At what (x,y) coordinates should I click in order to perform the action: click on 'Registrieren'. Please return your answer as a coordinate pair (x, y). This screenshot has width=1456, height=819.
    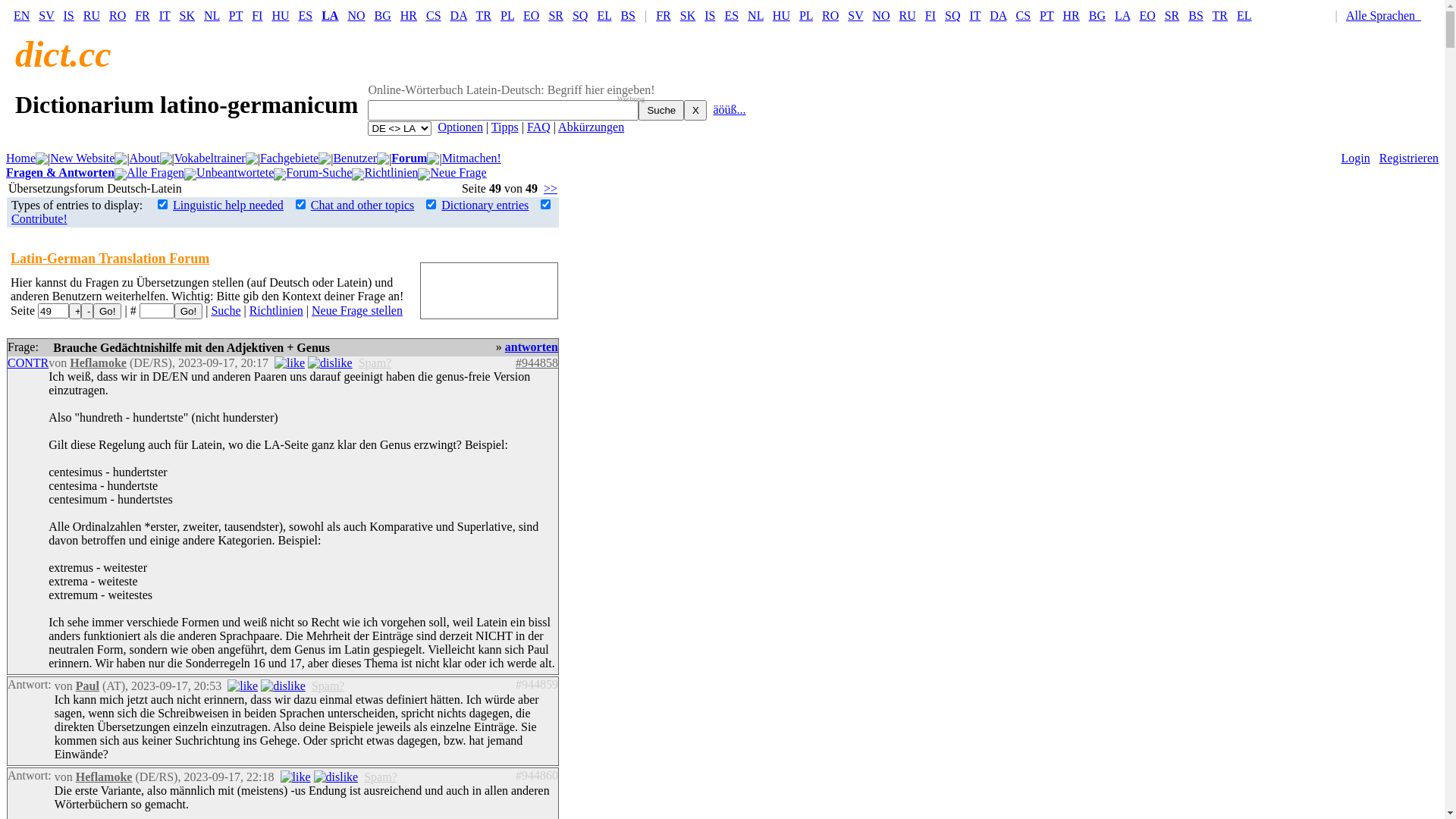
    Looking at the image, I should click on (1407, 158).